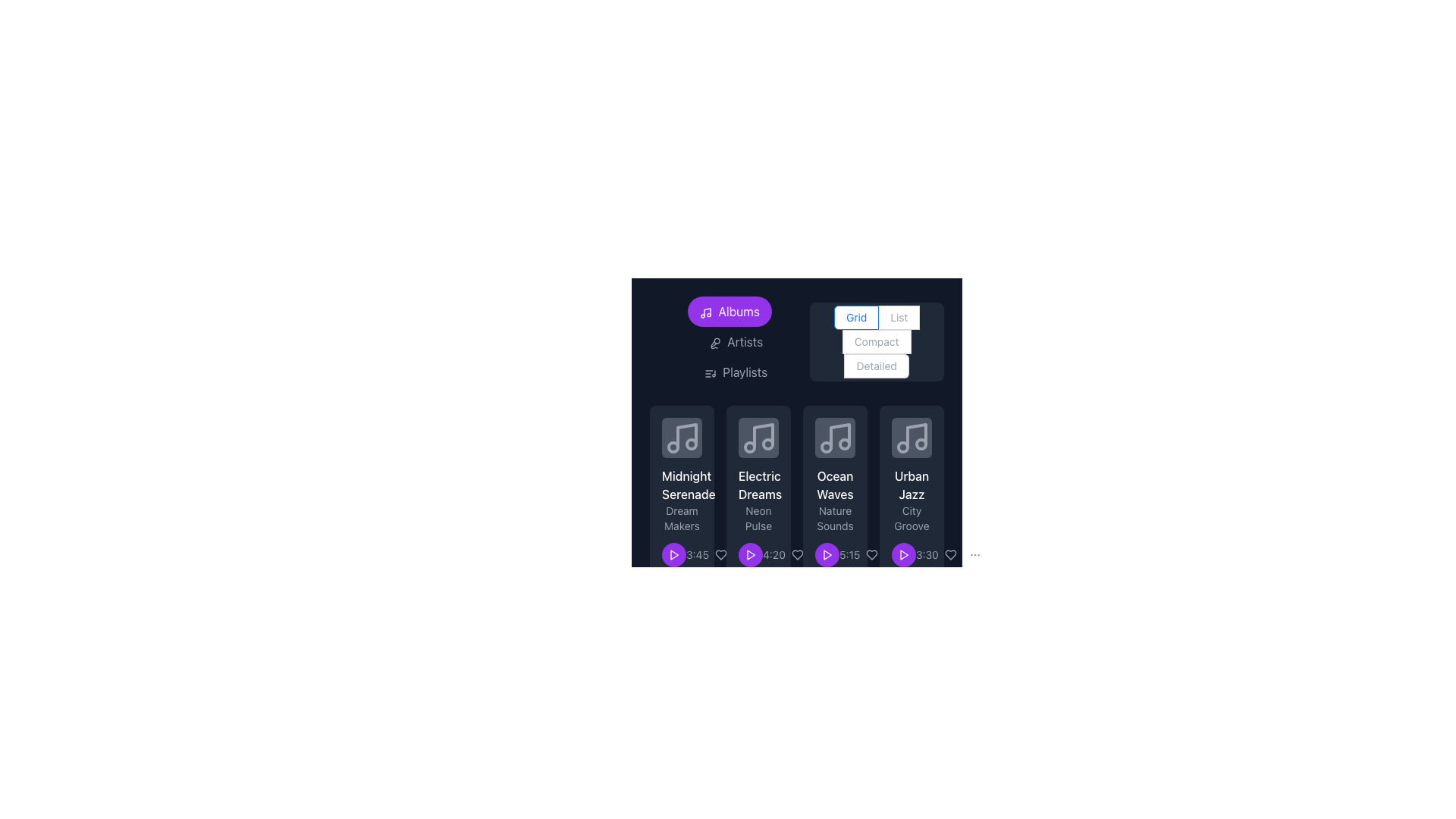  What do you see at coordinates (681, 438) in the screenshot?
I see `the Image icon located in the top-left corner of the 'Midnight Serenade' album card, which features a dark gray background with a musical note in lighter gray` at bounding box center [681, 438].